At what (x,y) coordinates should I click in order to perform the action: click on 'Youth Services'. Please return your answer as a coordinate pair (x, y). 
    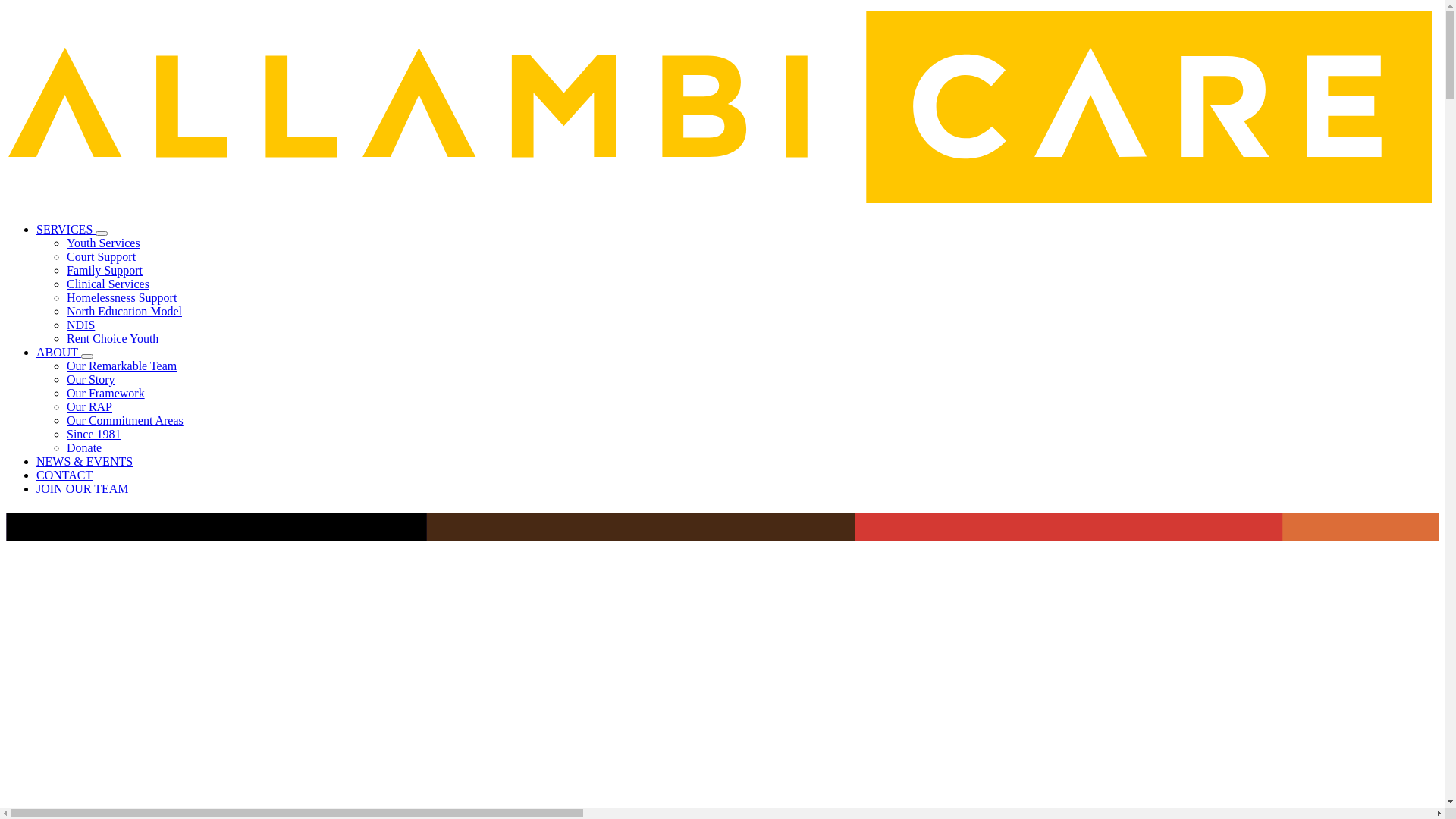
    Looking at the image, I should click on (102, 242).